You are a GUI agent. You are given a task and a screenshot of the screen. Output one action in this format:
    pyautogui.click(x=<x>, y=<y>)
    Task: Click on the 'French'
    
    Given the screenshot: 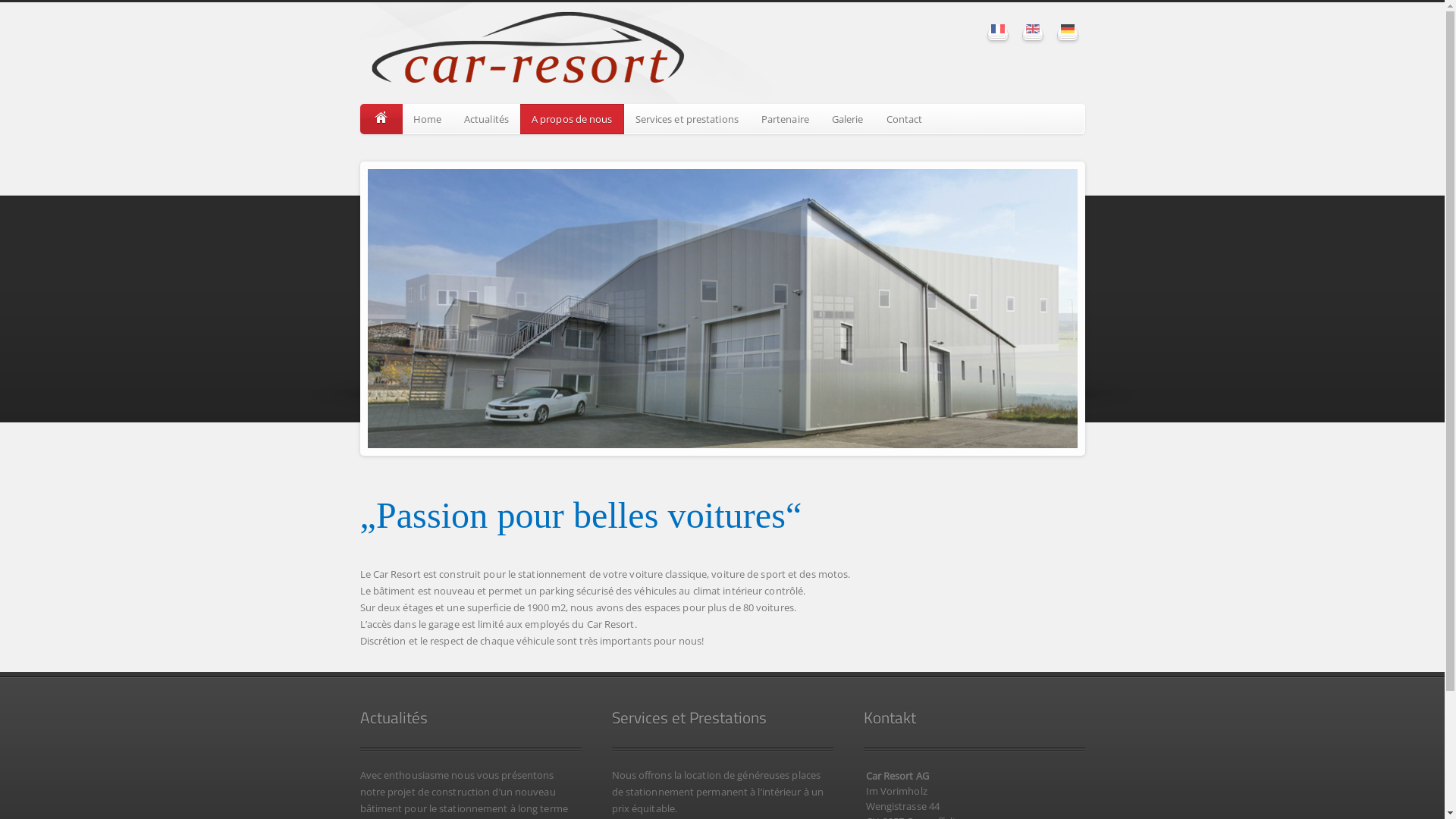 What is the action you would take?
    pyautogui.click(x=990, y=29)
    